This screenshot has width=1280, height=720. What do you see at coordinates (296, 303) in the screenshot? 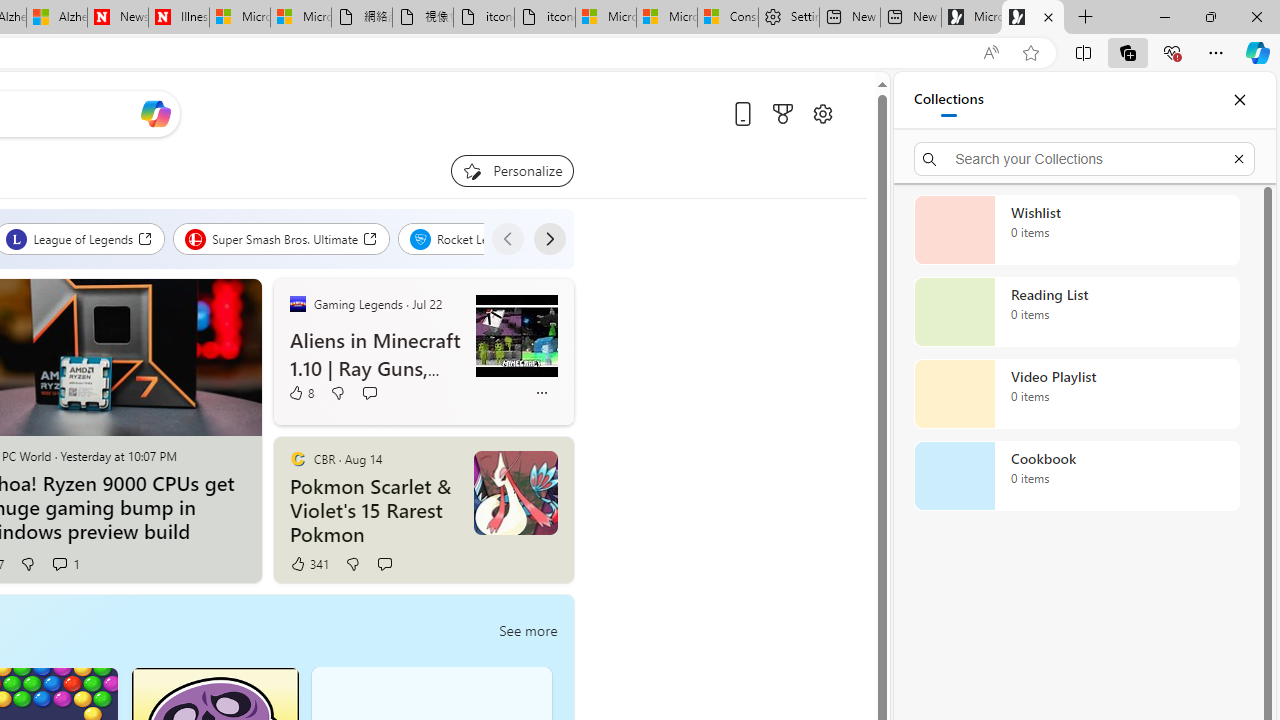
I see `'Gaming Legends'` at bounding box center [296, 303].